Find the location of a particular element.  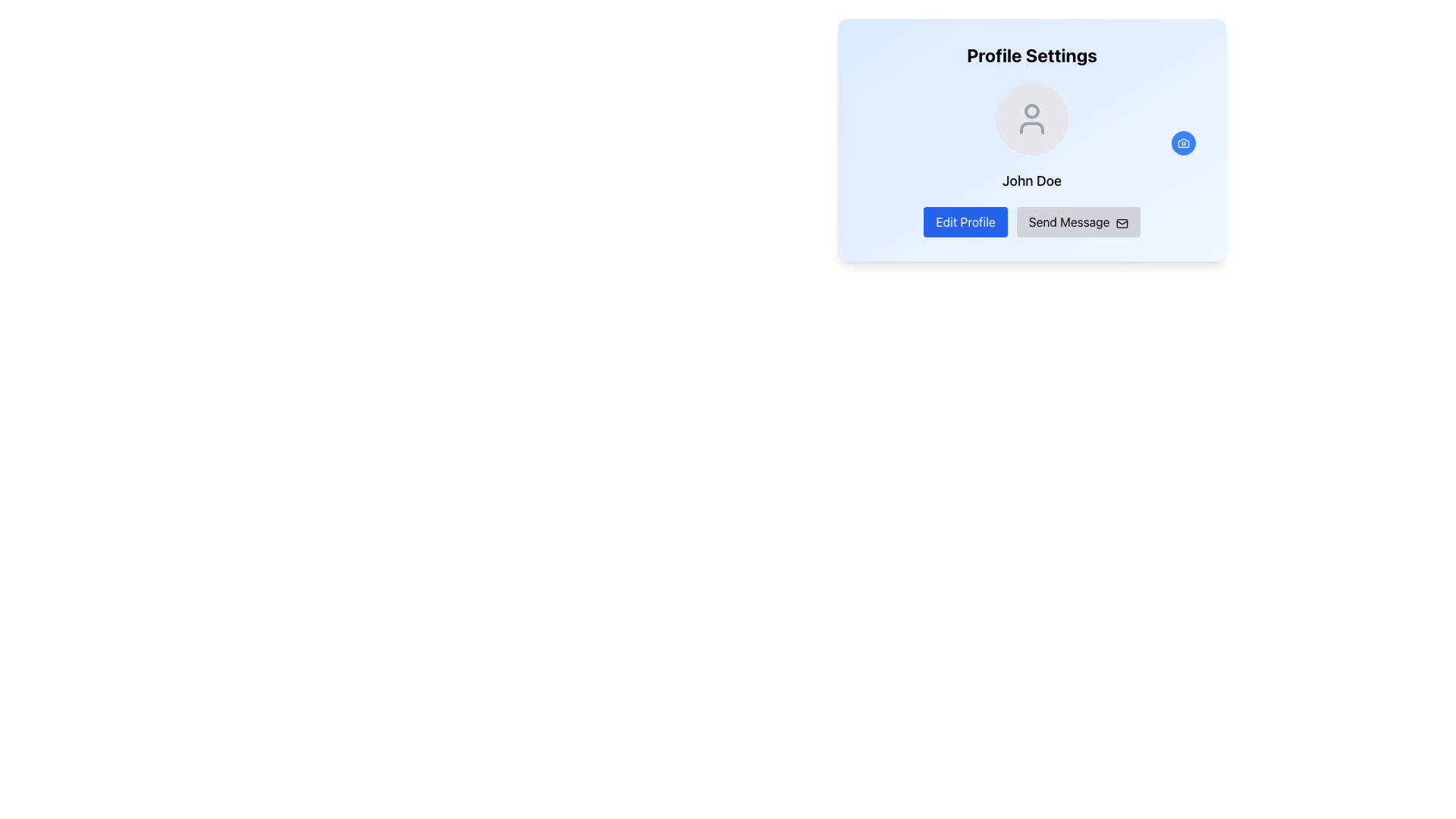

the email icon located at the rightmost position of the 'Send Message' button in the lower right corner of the profile card interface for further interaction is located at coordinates (1122, 223).